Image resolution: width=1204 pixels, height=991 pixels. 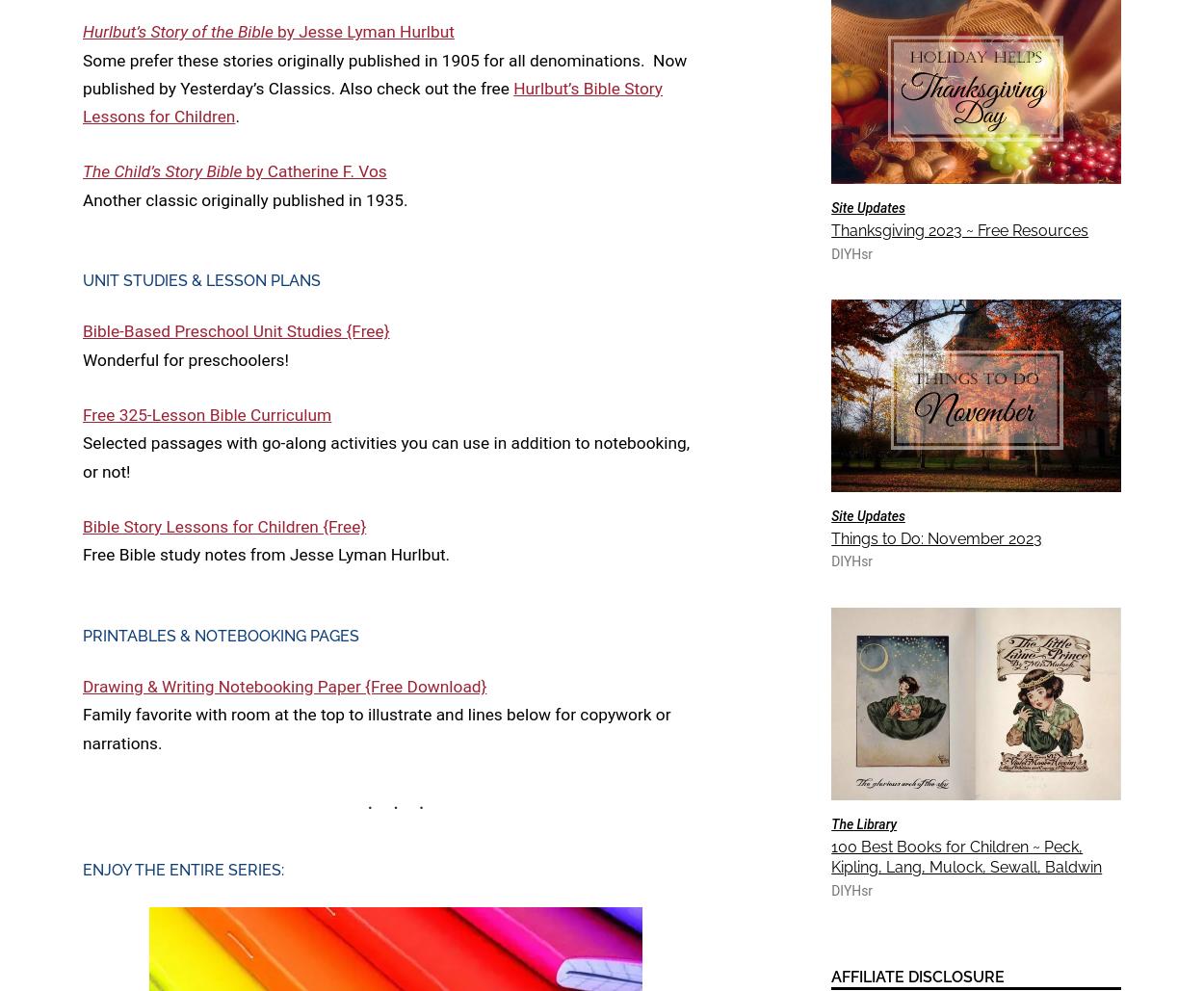 What do you see at coordinates (223, 524) in the screenshot?
I see `'Bible Story Lessons for Children {Free}'` at bounding box center [223, 524].